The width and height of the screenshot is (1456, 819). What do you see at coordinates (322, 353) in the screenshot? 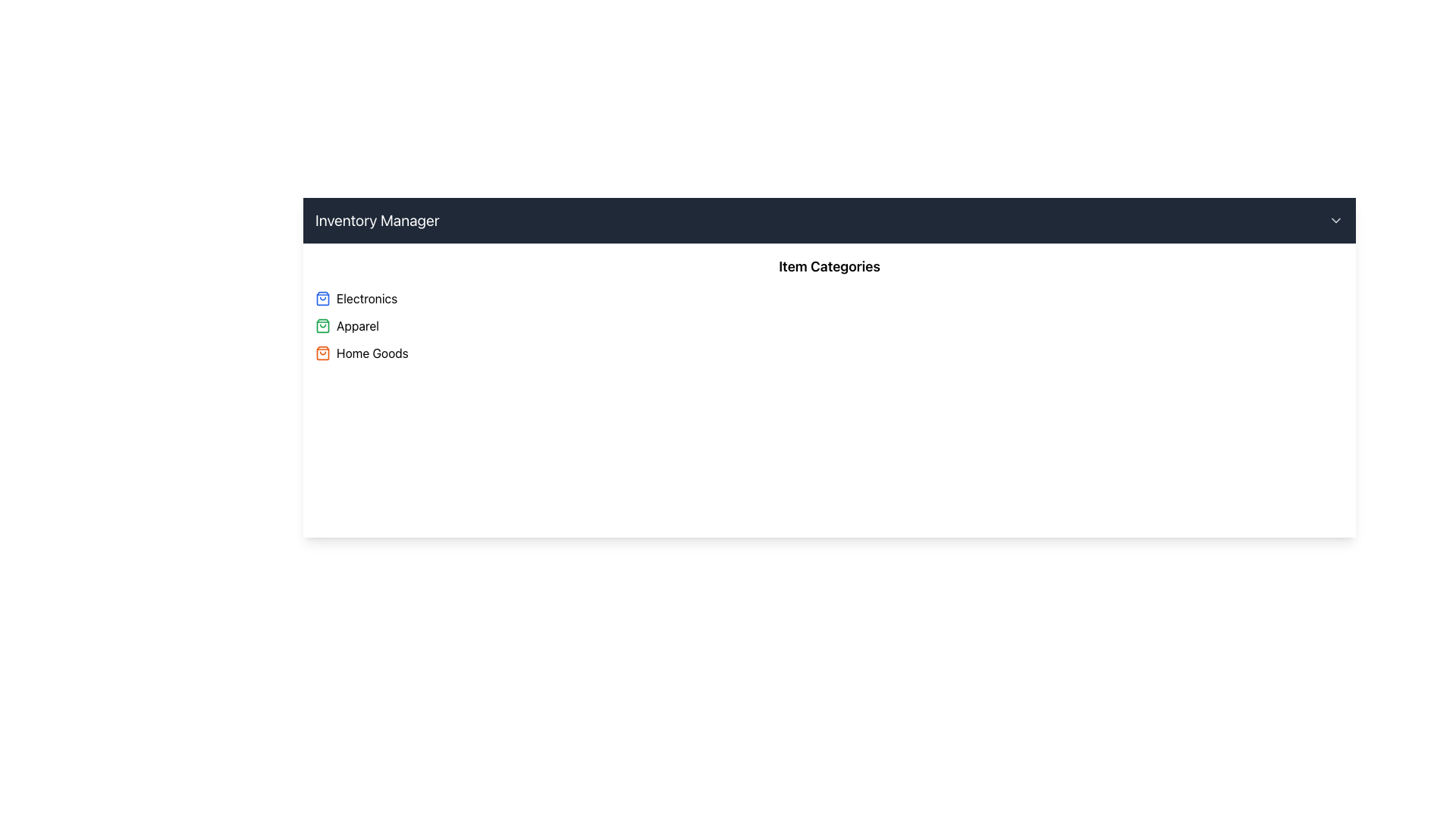
I see `'Home Goods' category icon (SVG Image) located to the left of the text 'Home Goods' for its attributes` at bounding box center [322, 353].